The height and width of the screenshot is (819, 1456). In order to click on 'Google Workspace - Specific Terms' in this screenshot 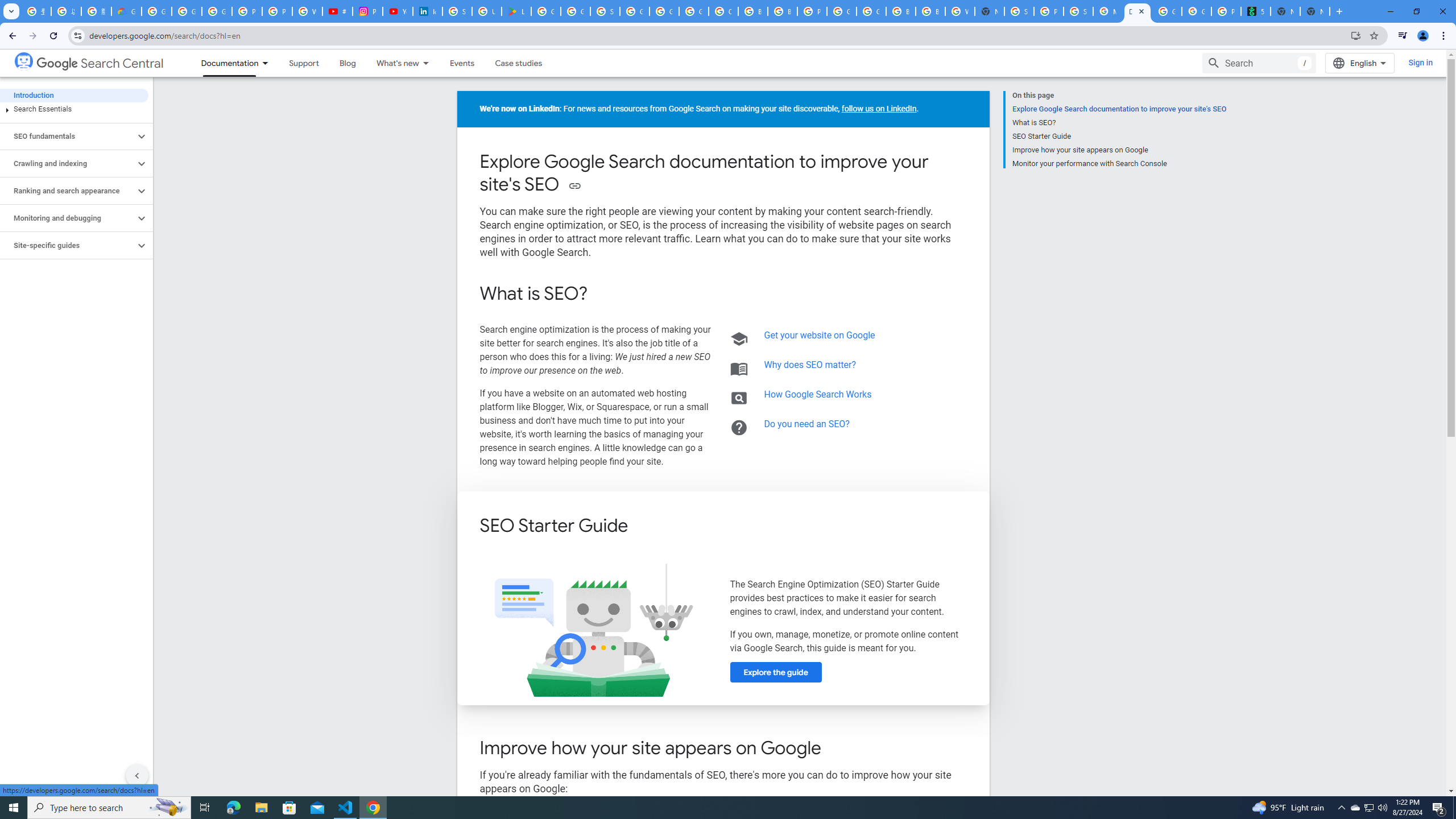, I will do `click(575, 11)`.